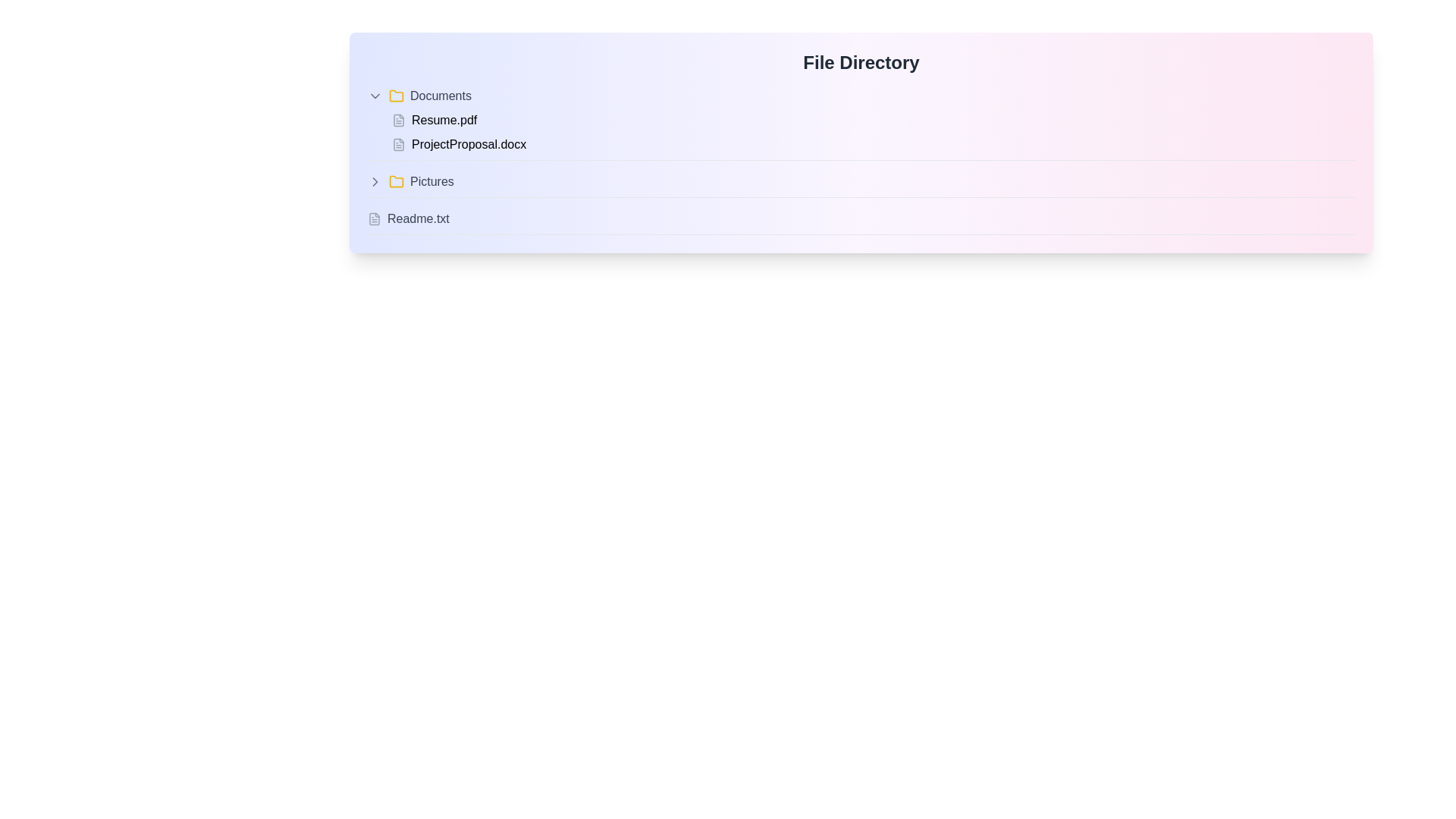  I want to click on the file item named 'Readme.txt' located at the bottom of the directory structure, so click(861, 219).